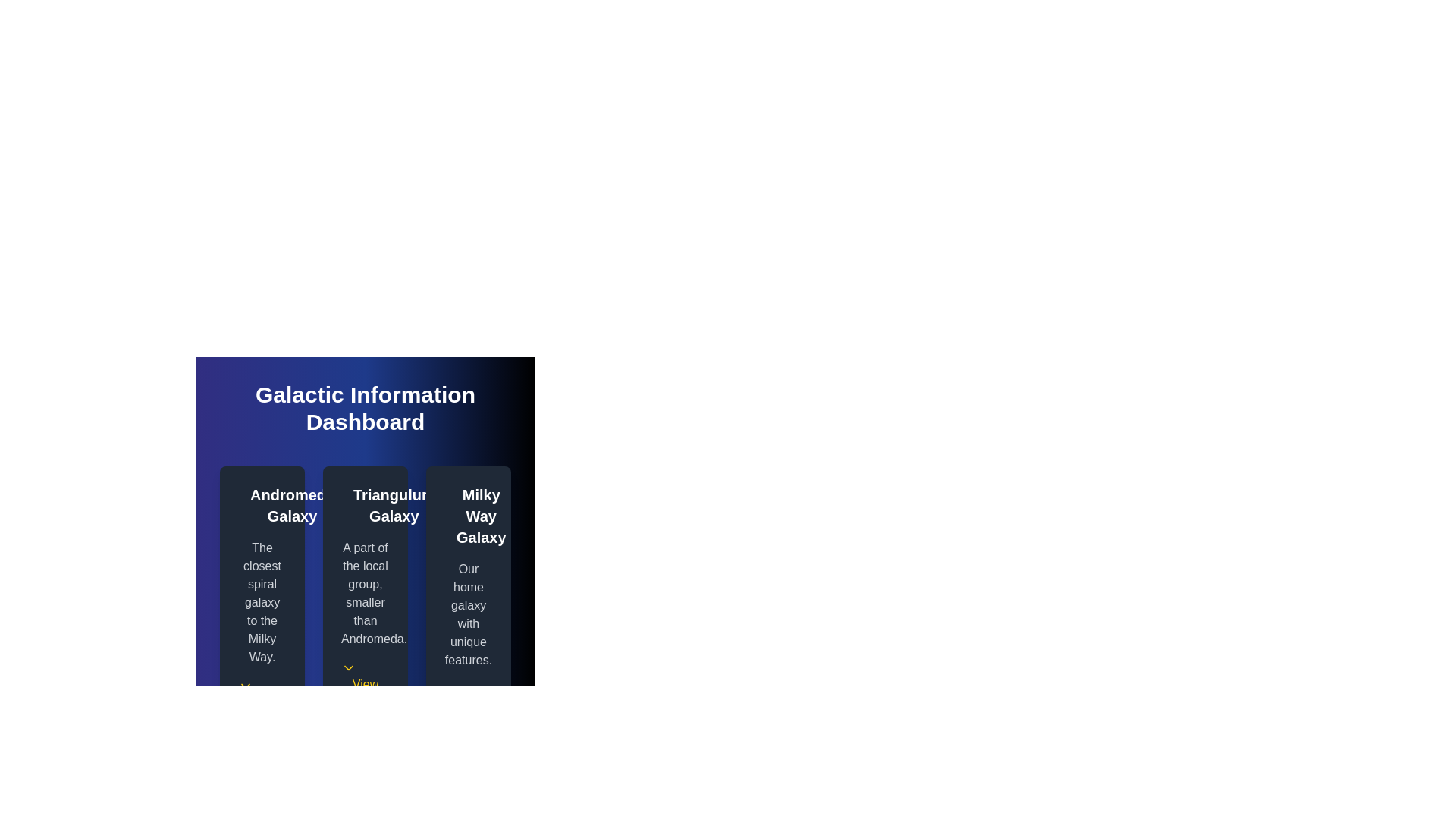  Describe the element at coordinates (365, 593) in the screenshot. I see `the informative text label about the Triangulum Galaxy, which is located below the title and above the 'View Details' button in the second card from the left` at that location.